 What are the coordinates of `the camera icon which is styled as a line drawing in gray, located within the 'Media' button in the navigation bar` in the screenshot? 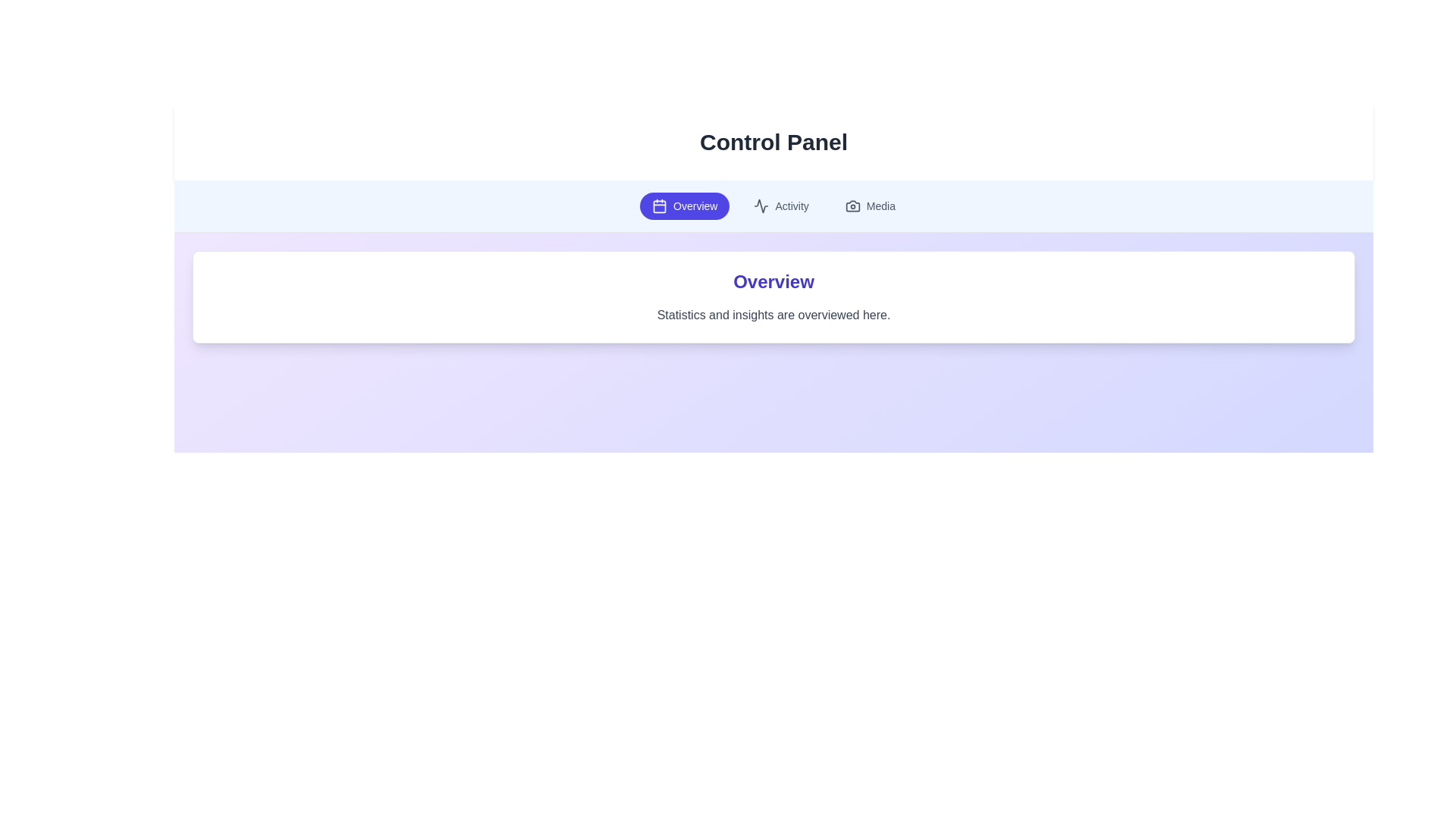 It's located at (852, 206).